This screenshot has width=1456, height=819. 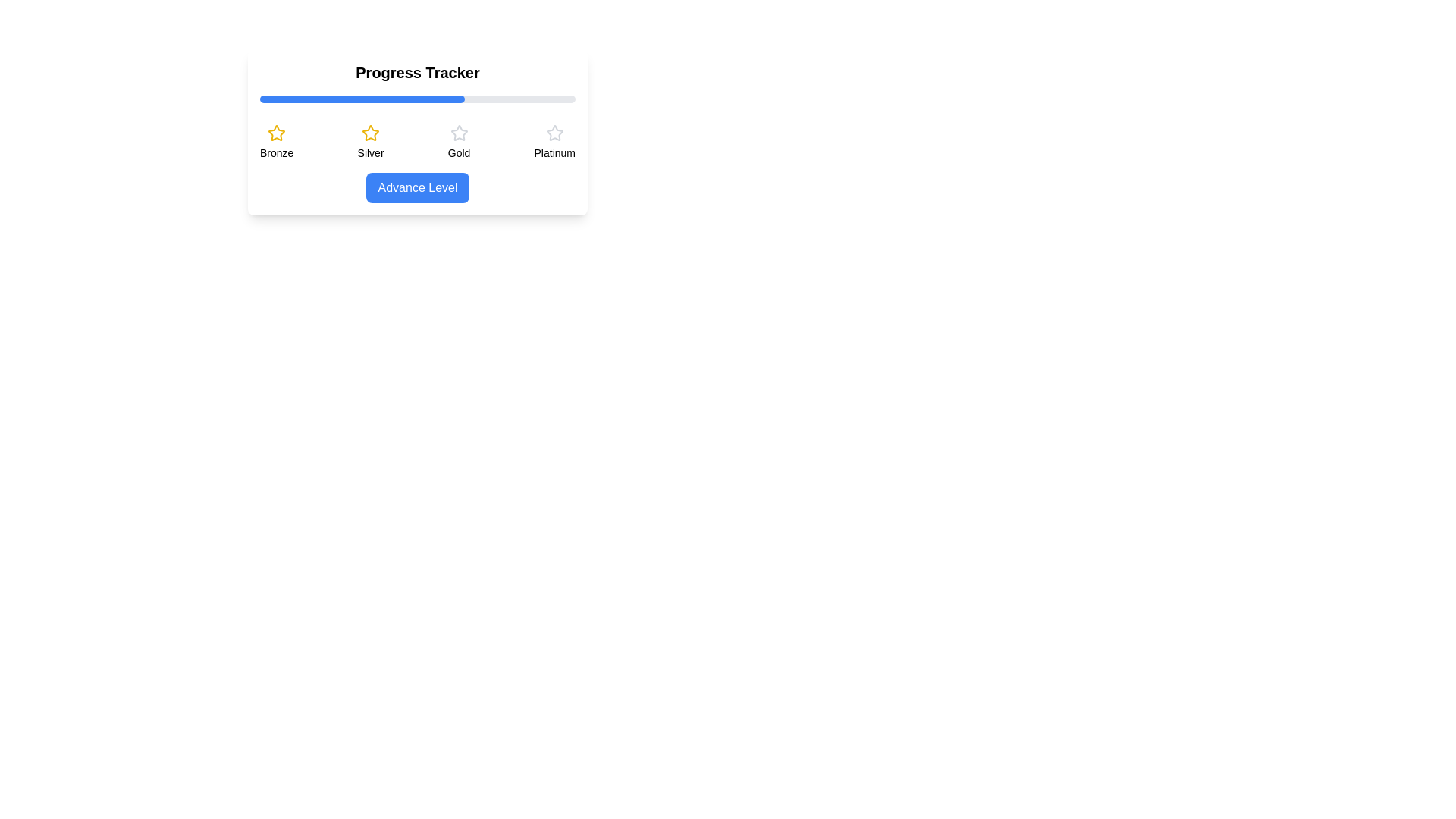 What do you see at coordinates (554, 152) in the screenshot?
I see `the text label indicating the Platinum level in the progress tracker, which is the fourth label in a horizontal sequence under the respective star icons` at bounding box center [554, 152].